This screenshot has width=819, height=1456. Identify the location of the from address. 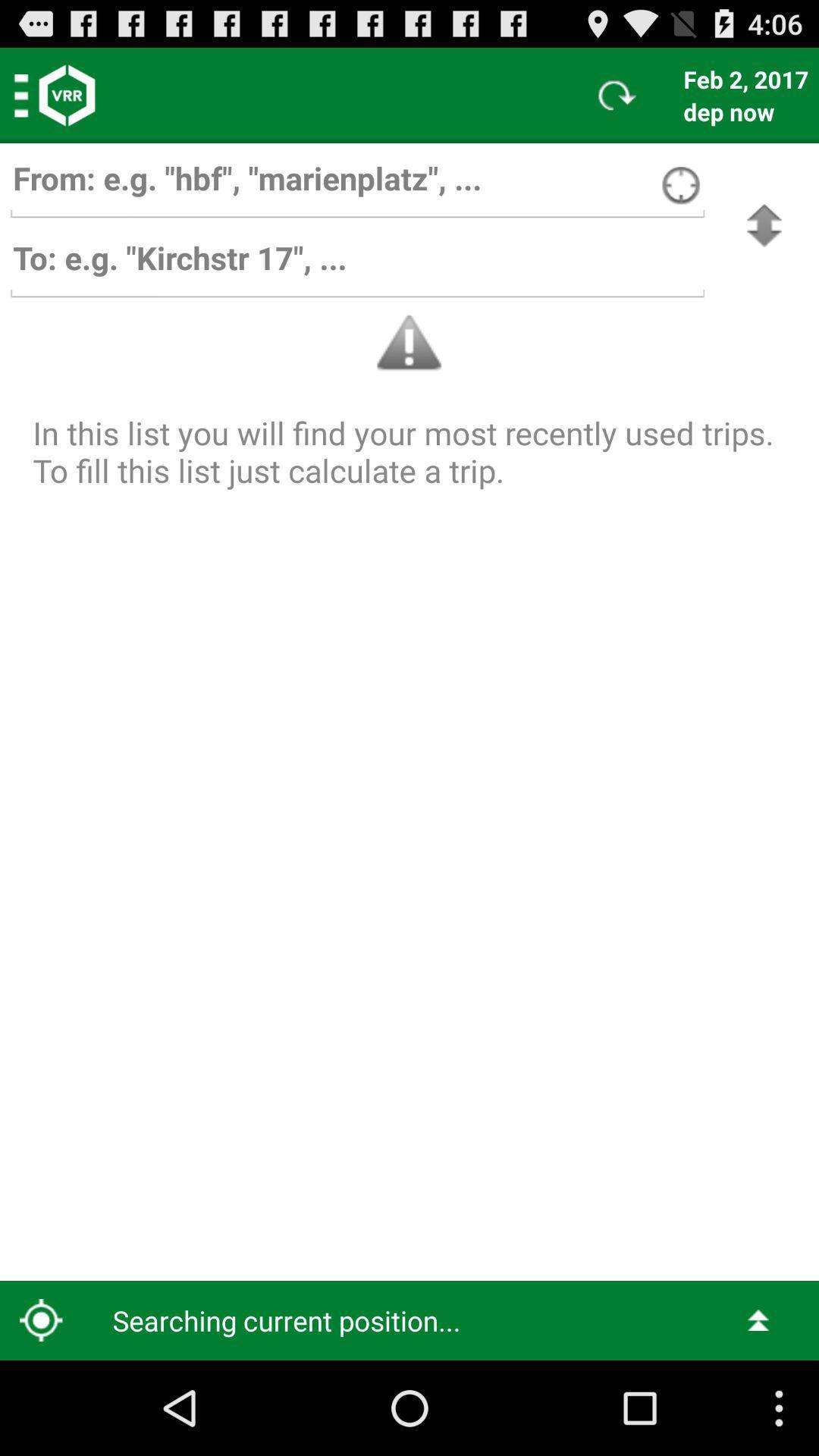
(357, 185).